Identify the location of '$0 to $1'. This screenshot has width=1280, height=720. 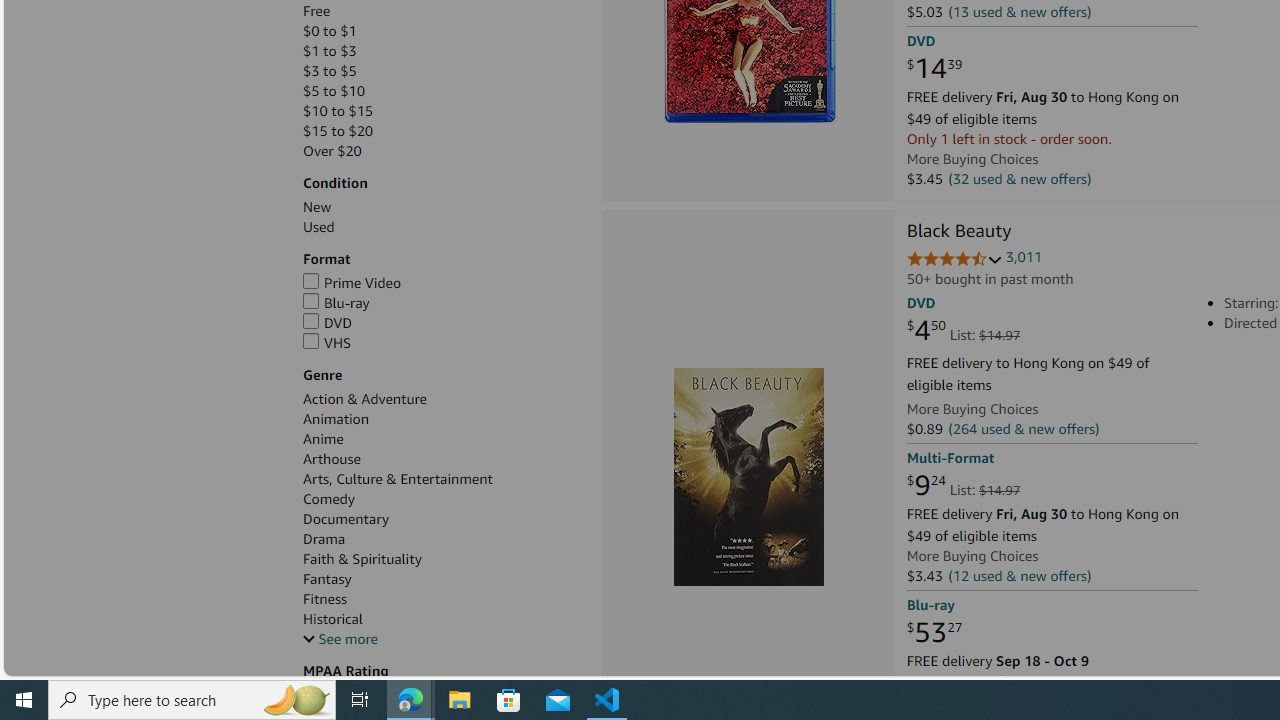
(330, 31).